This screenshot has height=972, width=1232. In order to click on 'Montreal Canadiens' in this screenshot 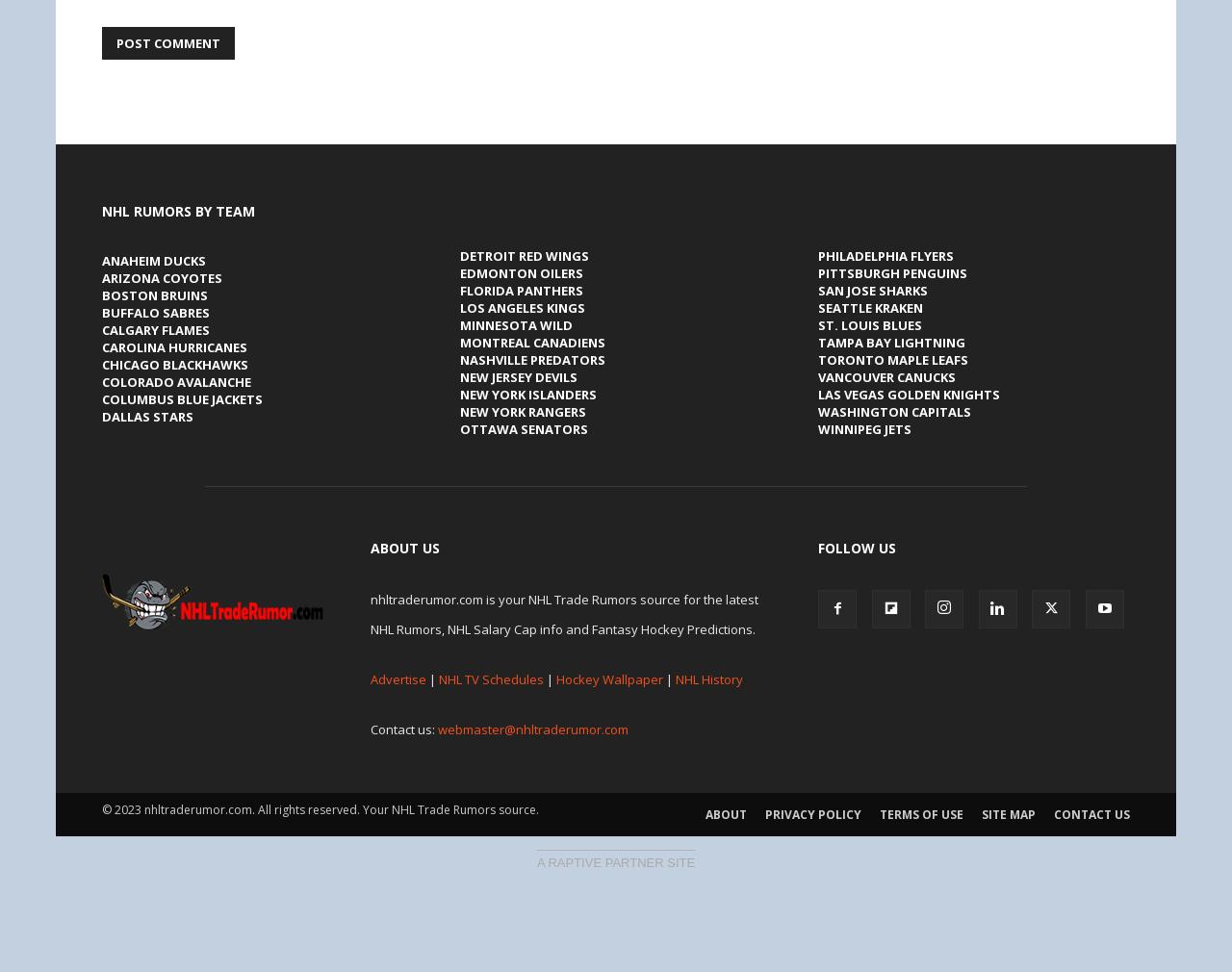, I will do `click(532, 342)`.